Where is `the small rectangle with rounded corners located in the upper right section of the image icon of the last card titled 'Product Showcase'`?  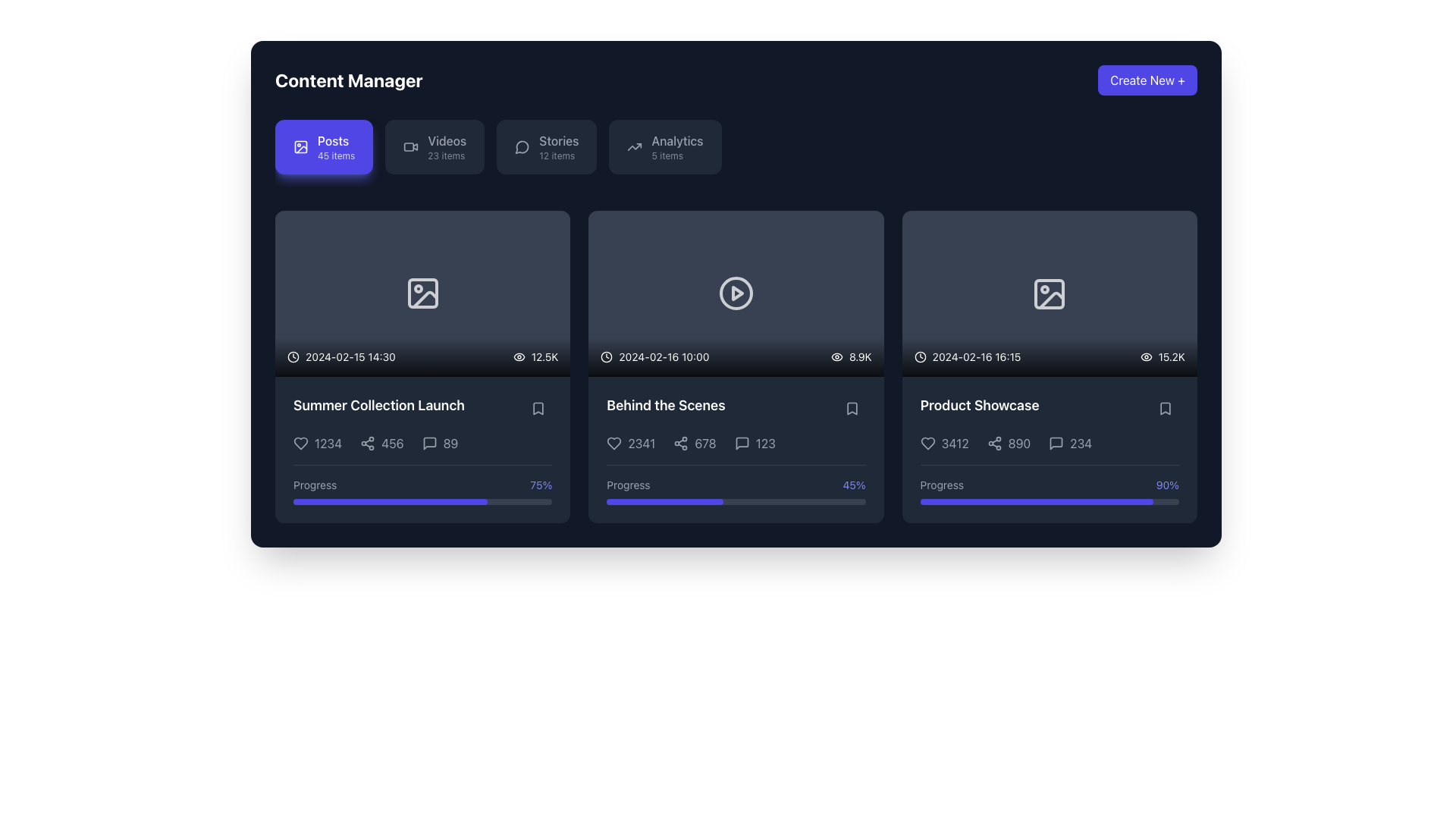 the small rectangle with rounded corners located in the upper right section of the image icon of the last card titled 'Product Showcase' is located at coordinates (1049, 293).